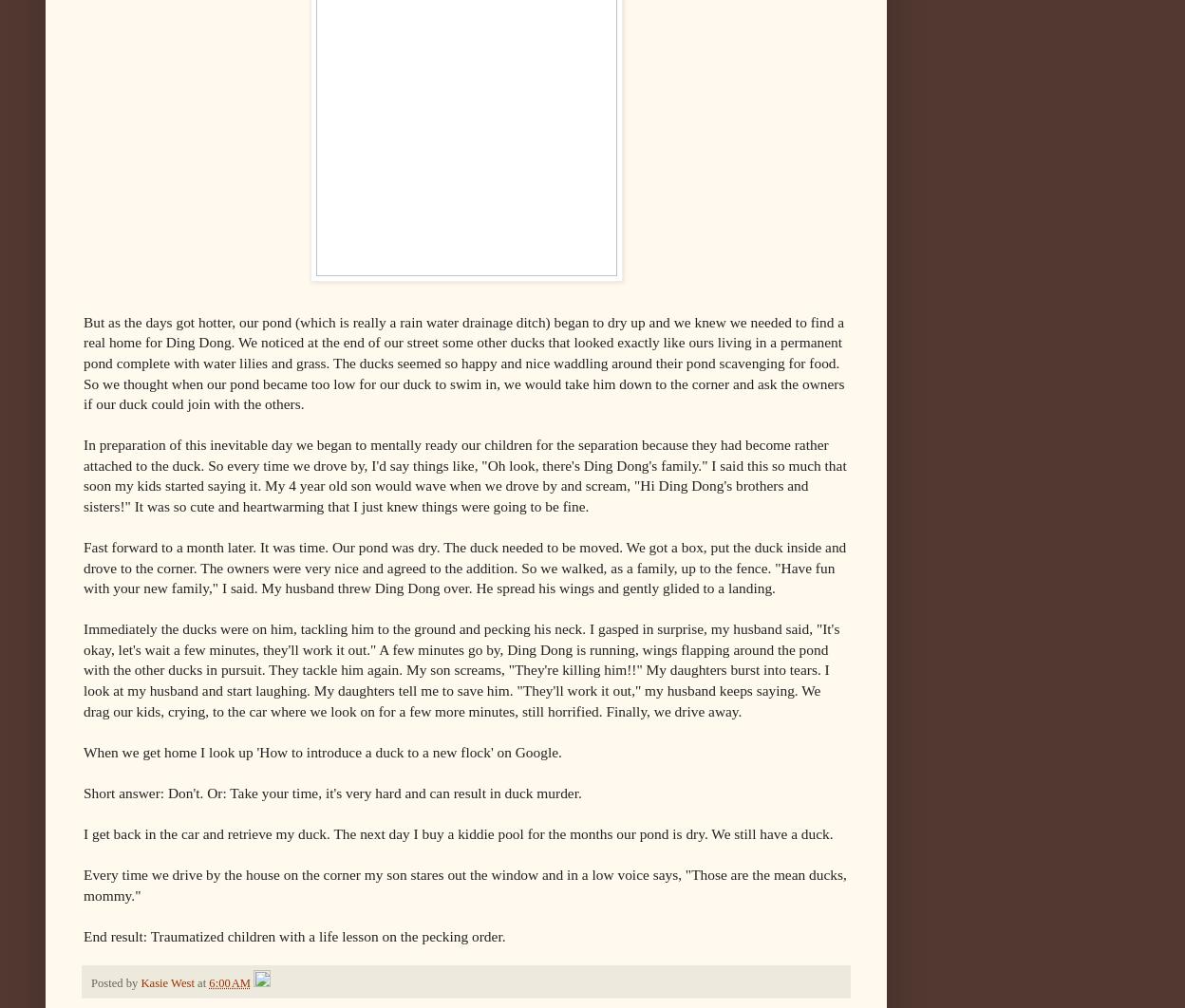 The image size is (1185, 1008). I want to click on '6:00 AM', so click(229, 981).